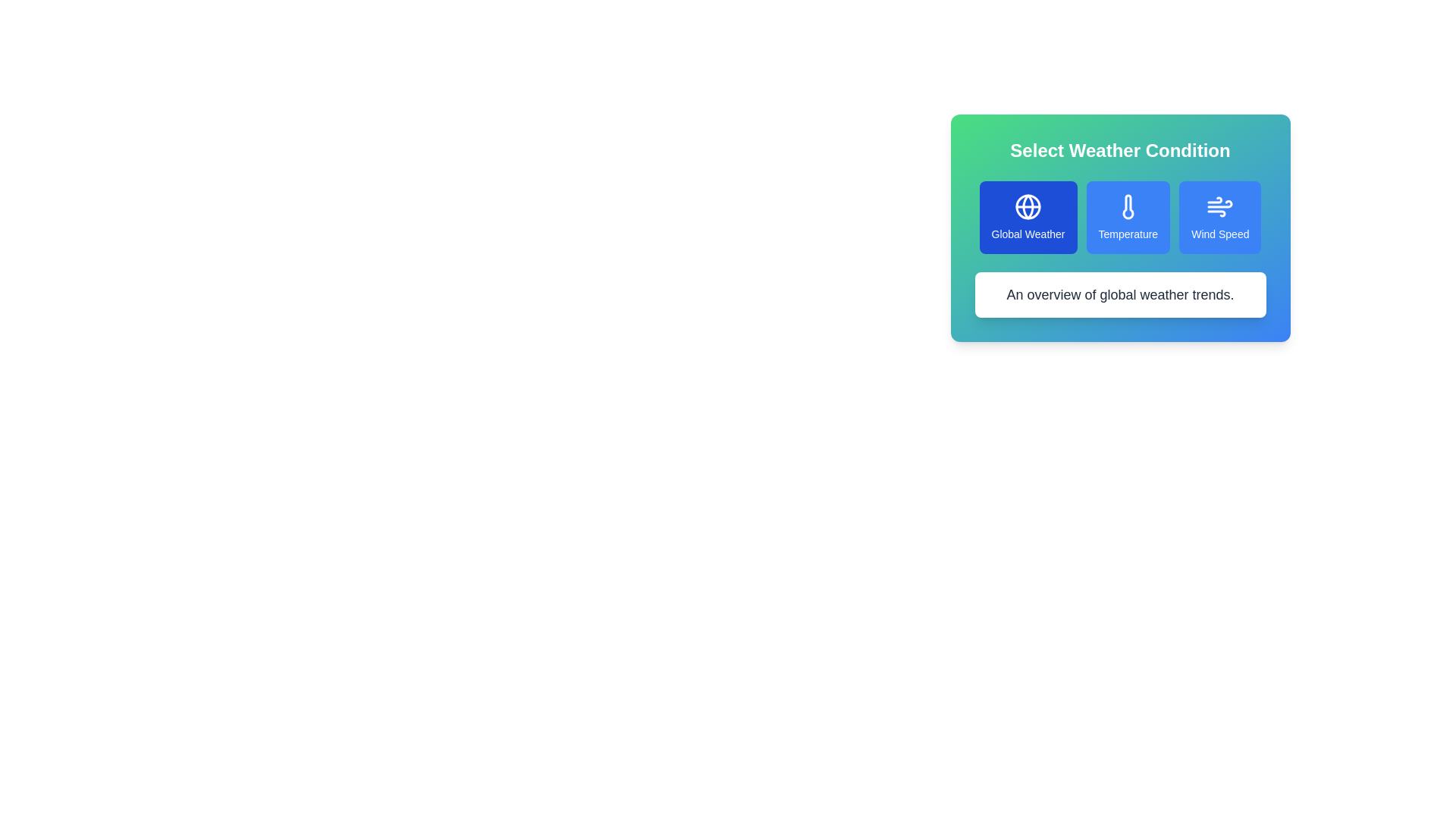  Describe the element at coordinates (1128, 217) in the screenshot. I see `the button corresponding to Temperature to select the desired weather condition` at that location.